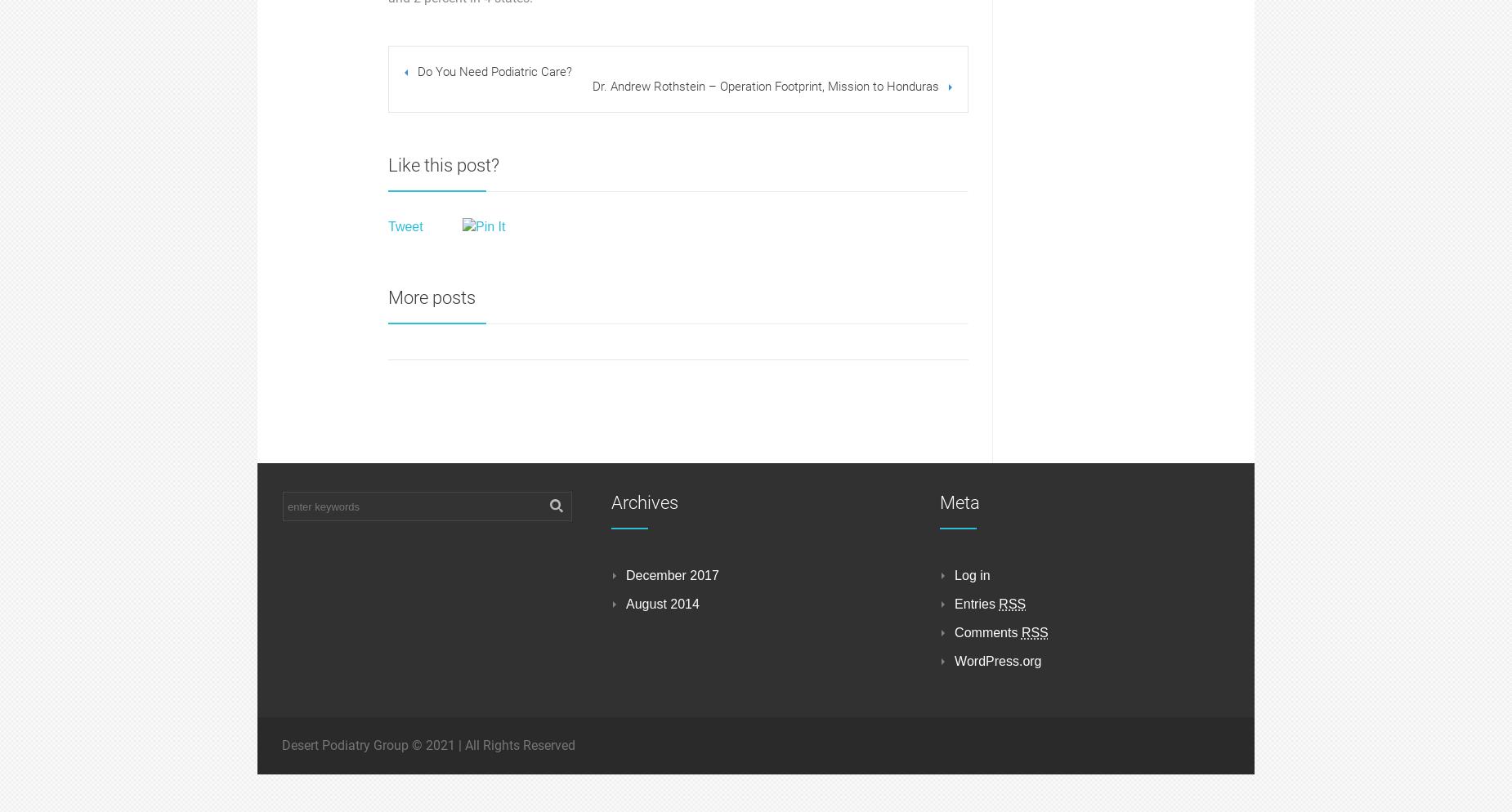  What do you see at coordinates (428, 744) in the screenshot?
I see `'Desert Podiatry Group © 2021 | All Rights Reserved'` at bounding box center [428, 744].